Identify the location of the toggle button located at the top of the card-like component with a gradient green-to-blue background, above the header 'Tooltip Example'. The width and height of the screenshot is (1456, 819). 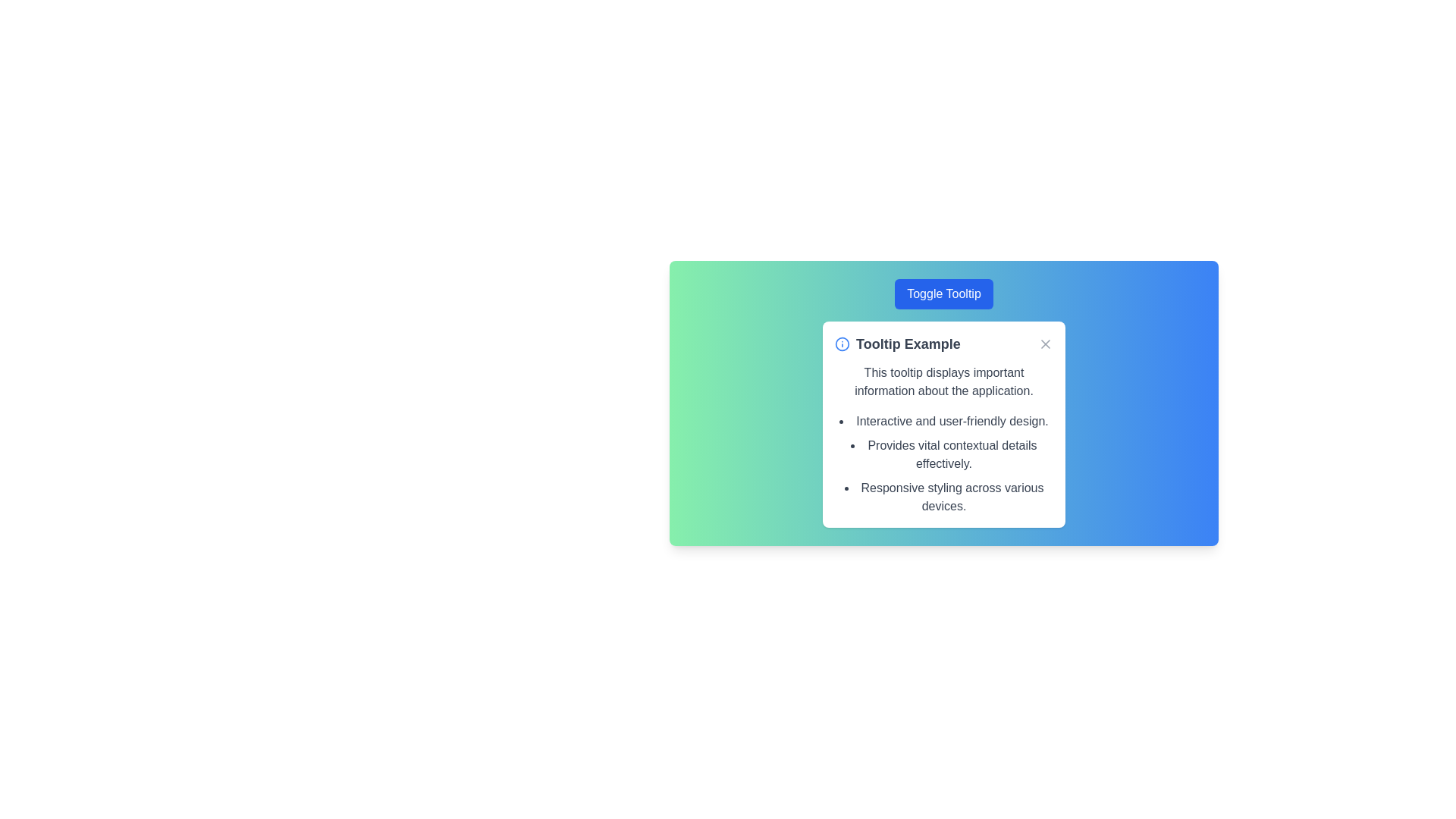
(943, 294).